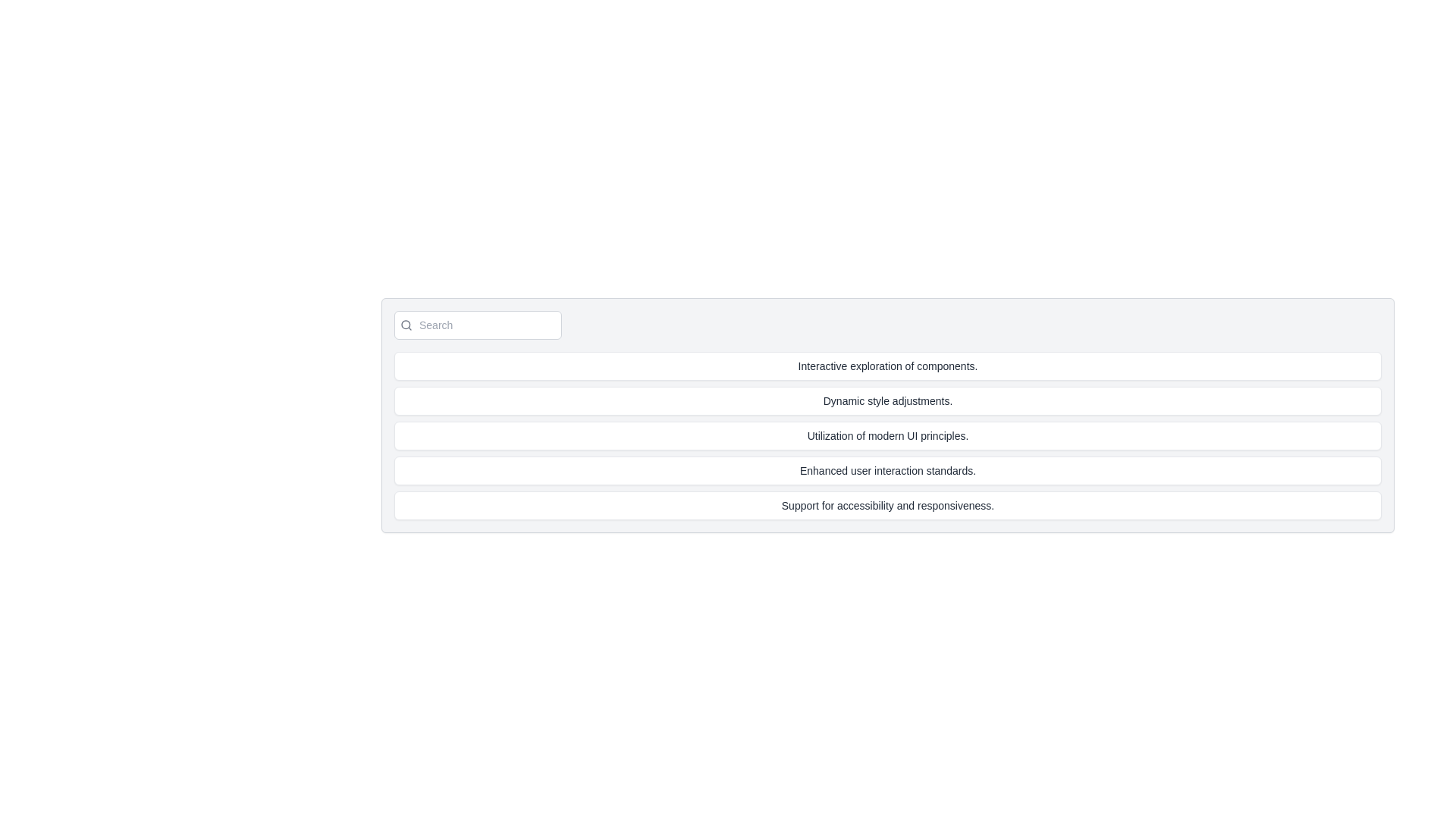  I want to click on the static text character 'i' in the highlighted sentence 'Support for accessibility and responsiveness.', positioned between 'accessibility' and 'and.', so click(884, 506).